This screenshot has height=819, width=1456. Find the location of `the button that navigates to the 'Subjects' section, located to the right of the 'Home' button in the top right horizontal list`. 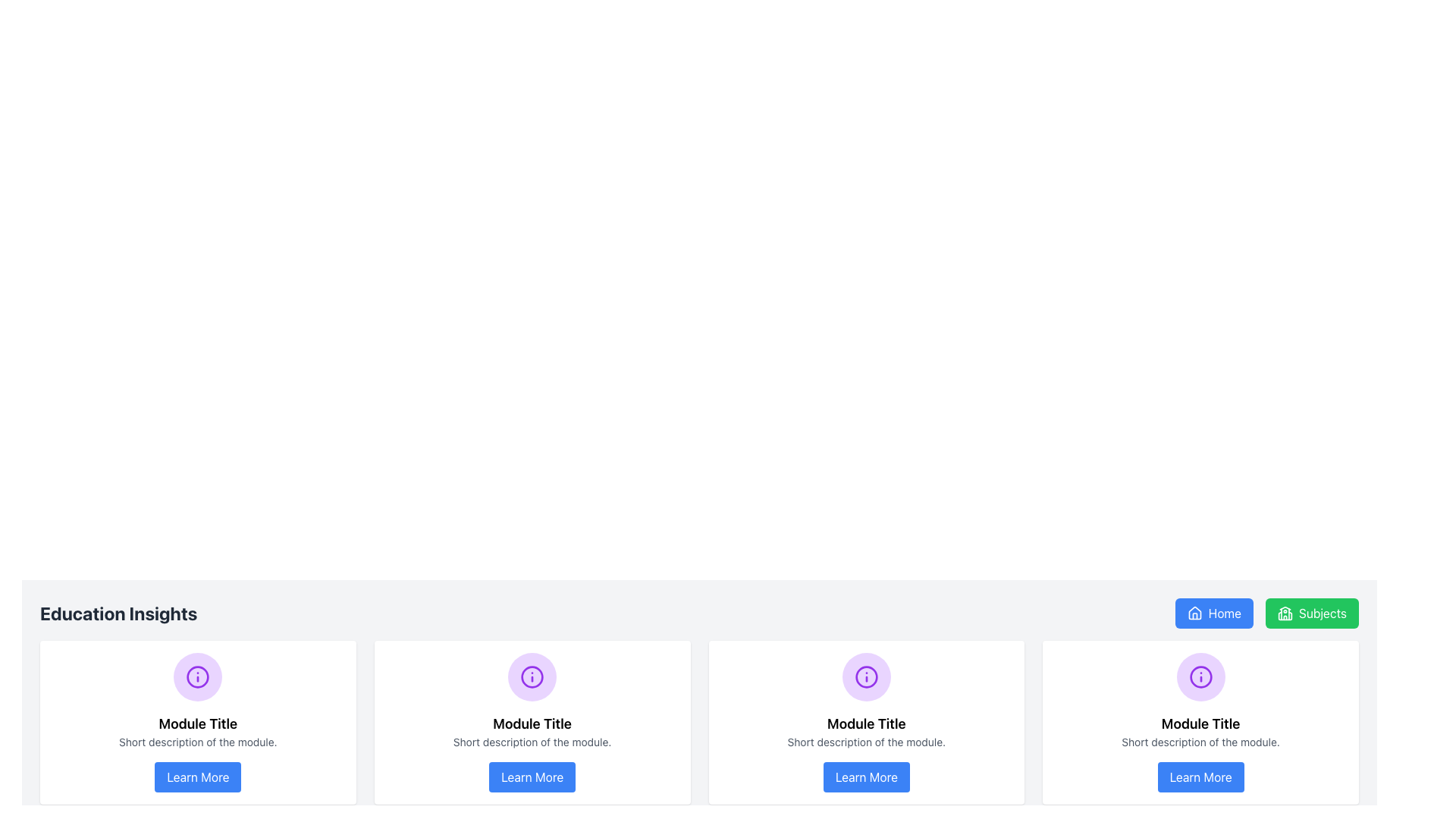

the button that navigates to the 'Subjects' section, located to the right of the 'Home' button in the top right horizontal list is located at coordinates (1311, 613).